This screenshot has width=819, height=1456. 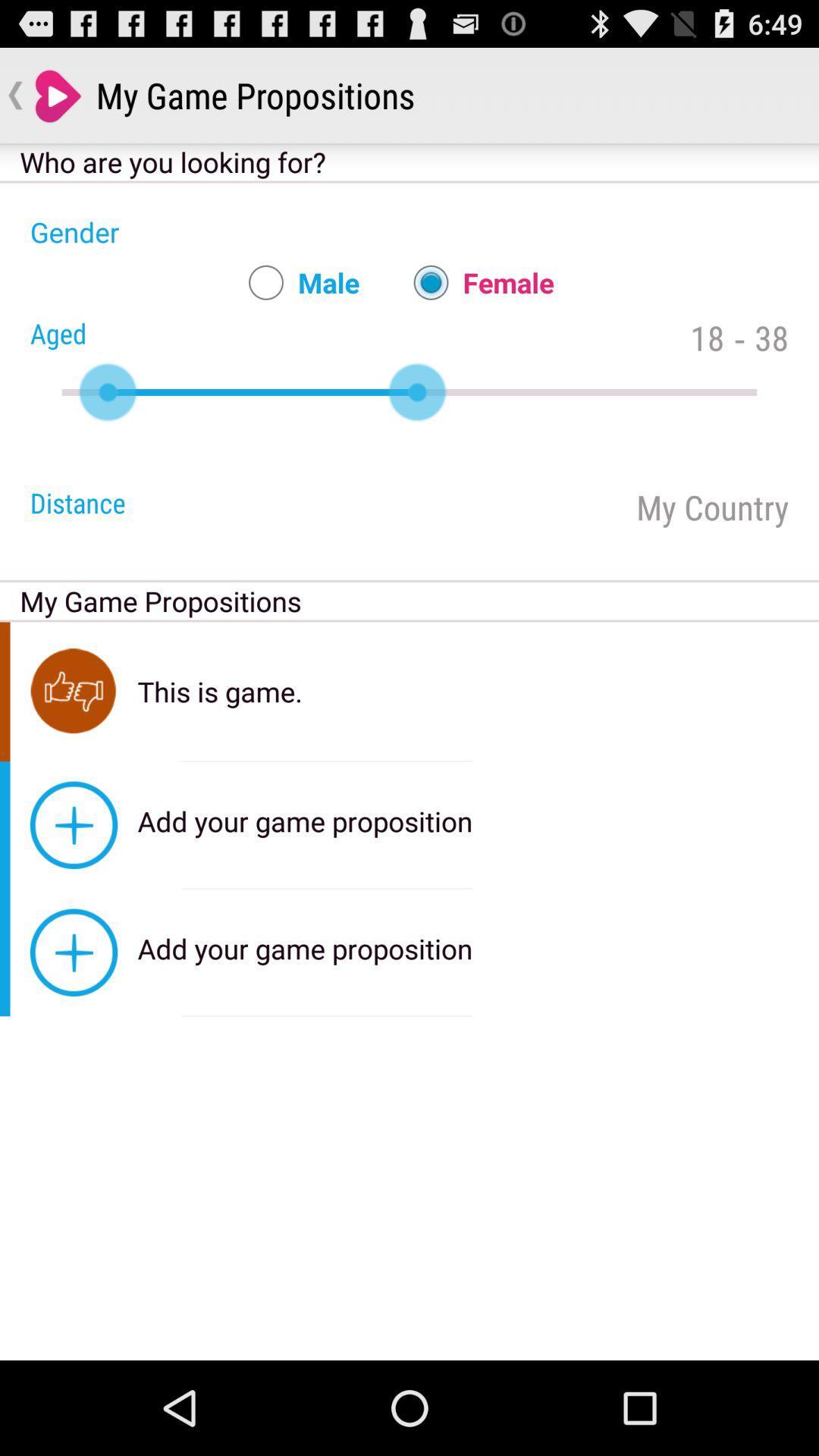 What do you see at coordinates (74, 824) in the screenshot?
I see `the plus icon` at bounding box center [74, 824].